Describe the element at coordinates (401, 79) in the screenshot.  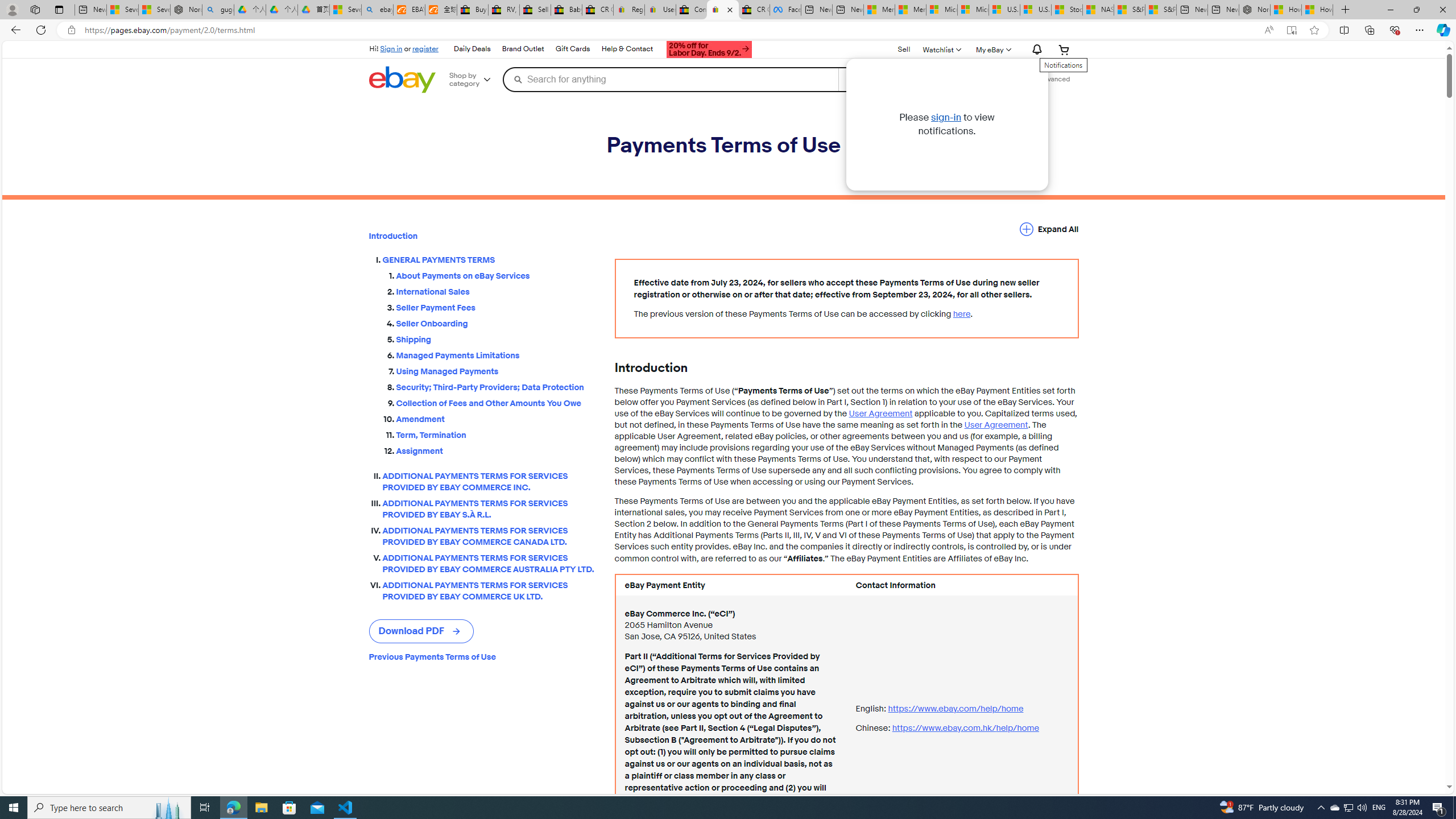
I see `'eBay Home'` at that location.